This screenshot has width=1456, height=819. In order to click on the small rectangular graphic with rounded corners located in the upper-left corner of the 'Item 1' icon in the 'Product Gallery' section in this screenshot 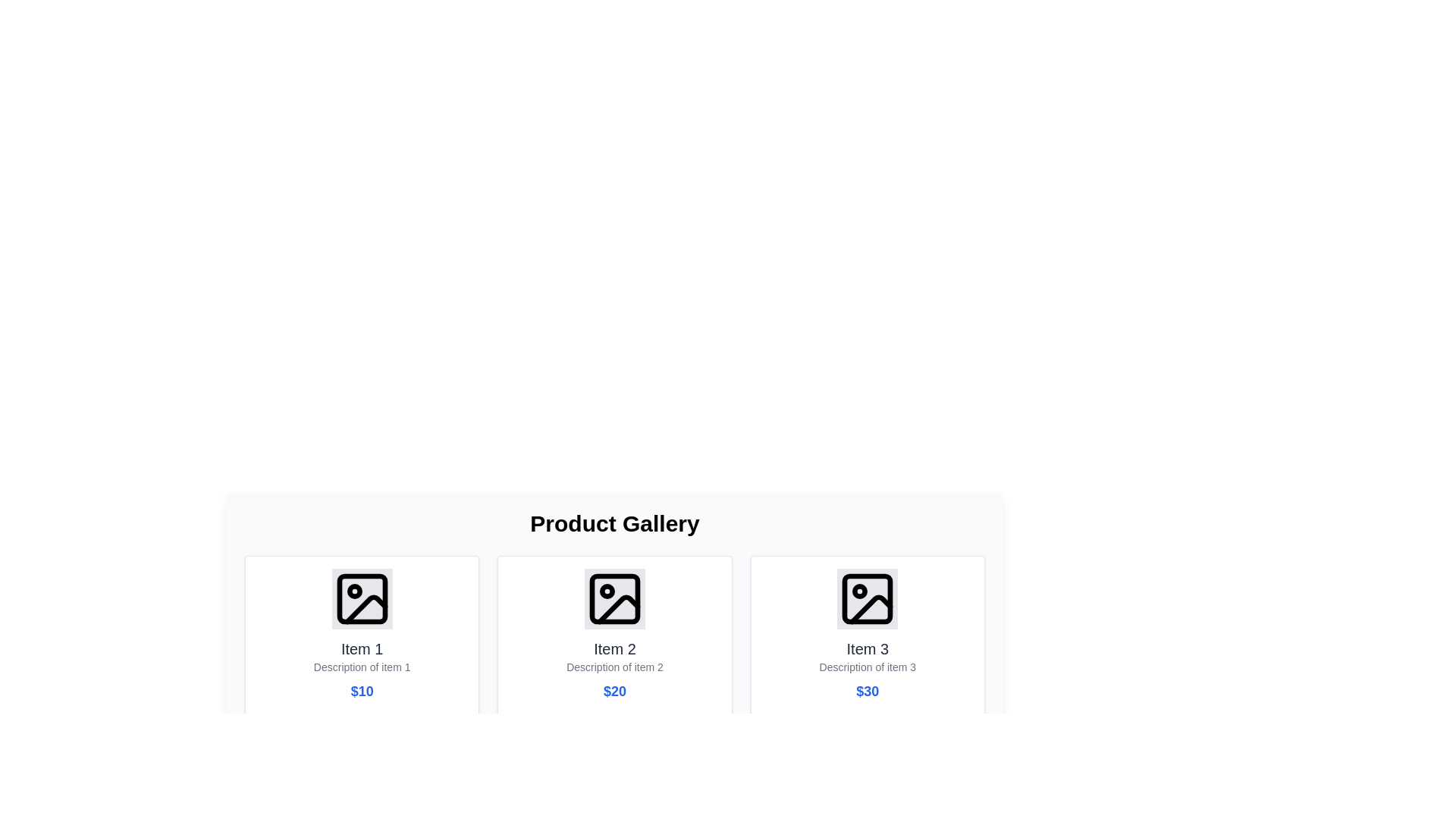, I will do `click(361, 598)`.